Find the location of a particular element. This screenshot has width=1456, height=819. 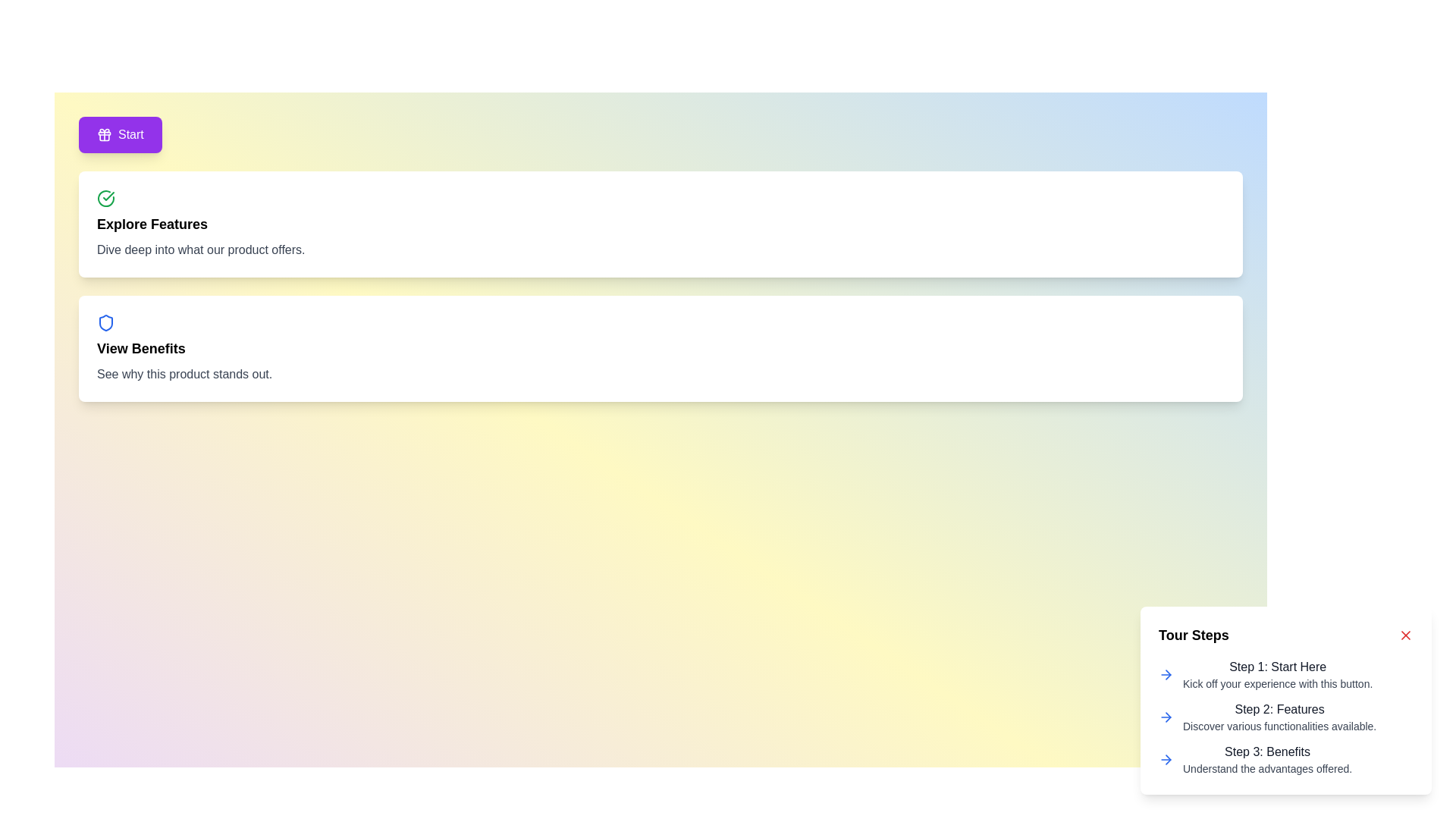

the icon that signifies forward progression, located immediately to the left of the text 'Features' under the 'Tour Steps' section is located at coordinates (1167, 674).